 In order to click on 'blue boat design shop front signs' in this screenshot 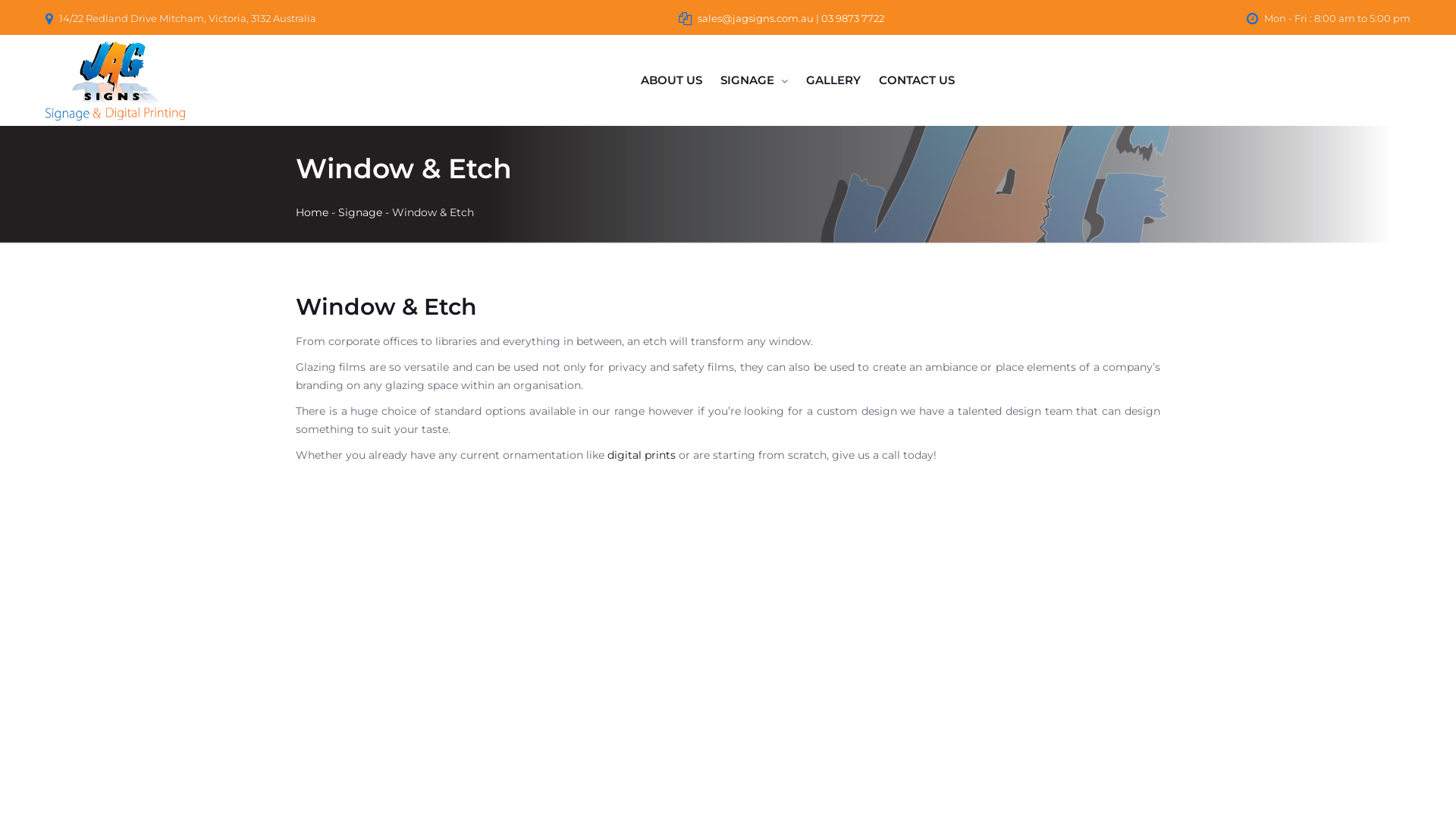, I will do `click(728, 623)`.